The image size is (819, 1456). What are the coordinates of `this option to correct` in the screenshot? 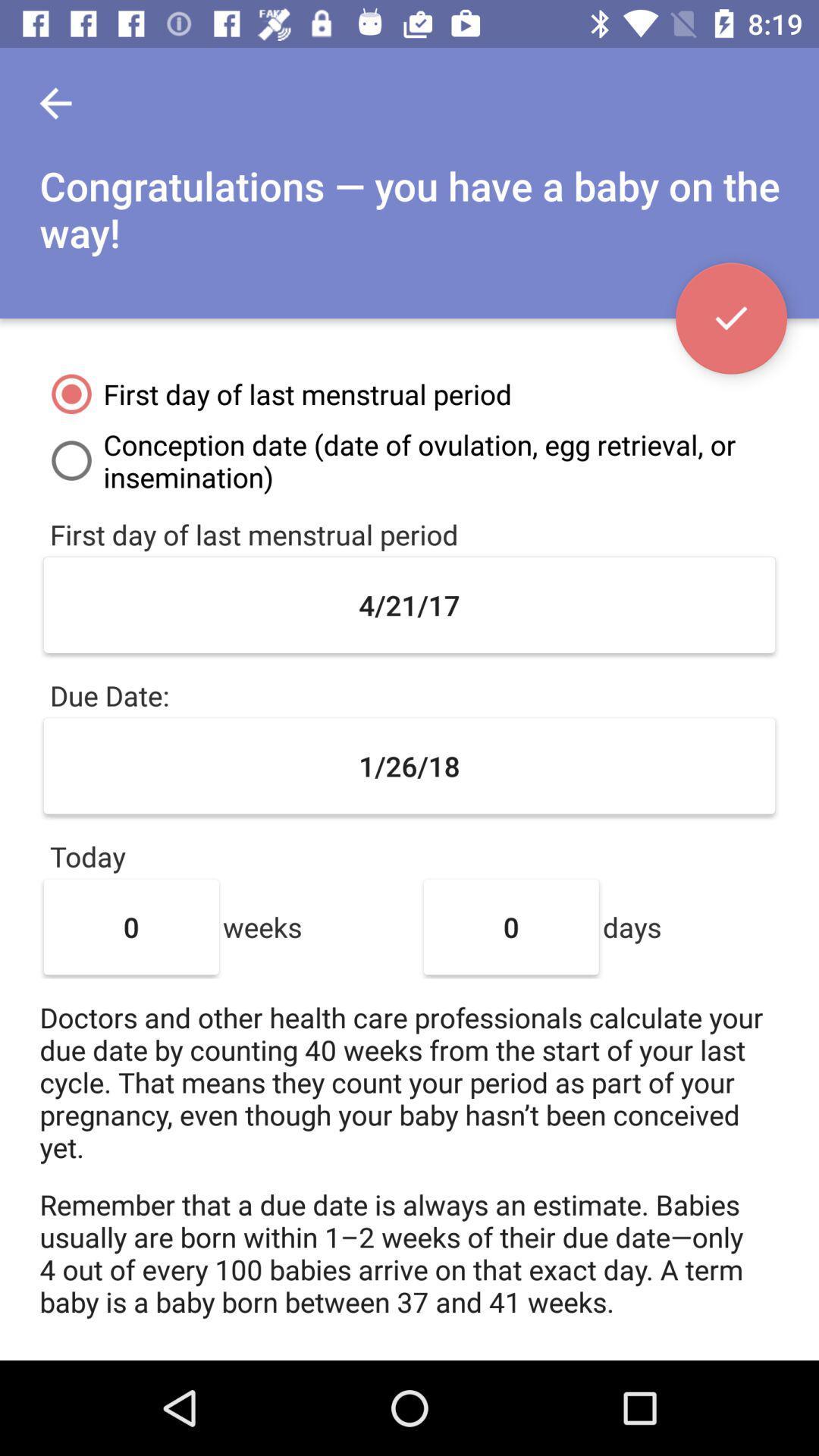 It's located at (730, 318).